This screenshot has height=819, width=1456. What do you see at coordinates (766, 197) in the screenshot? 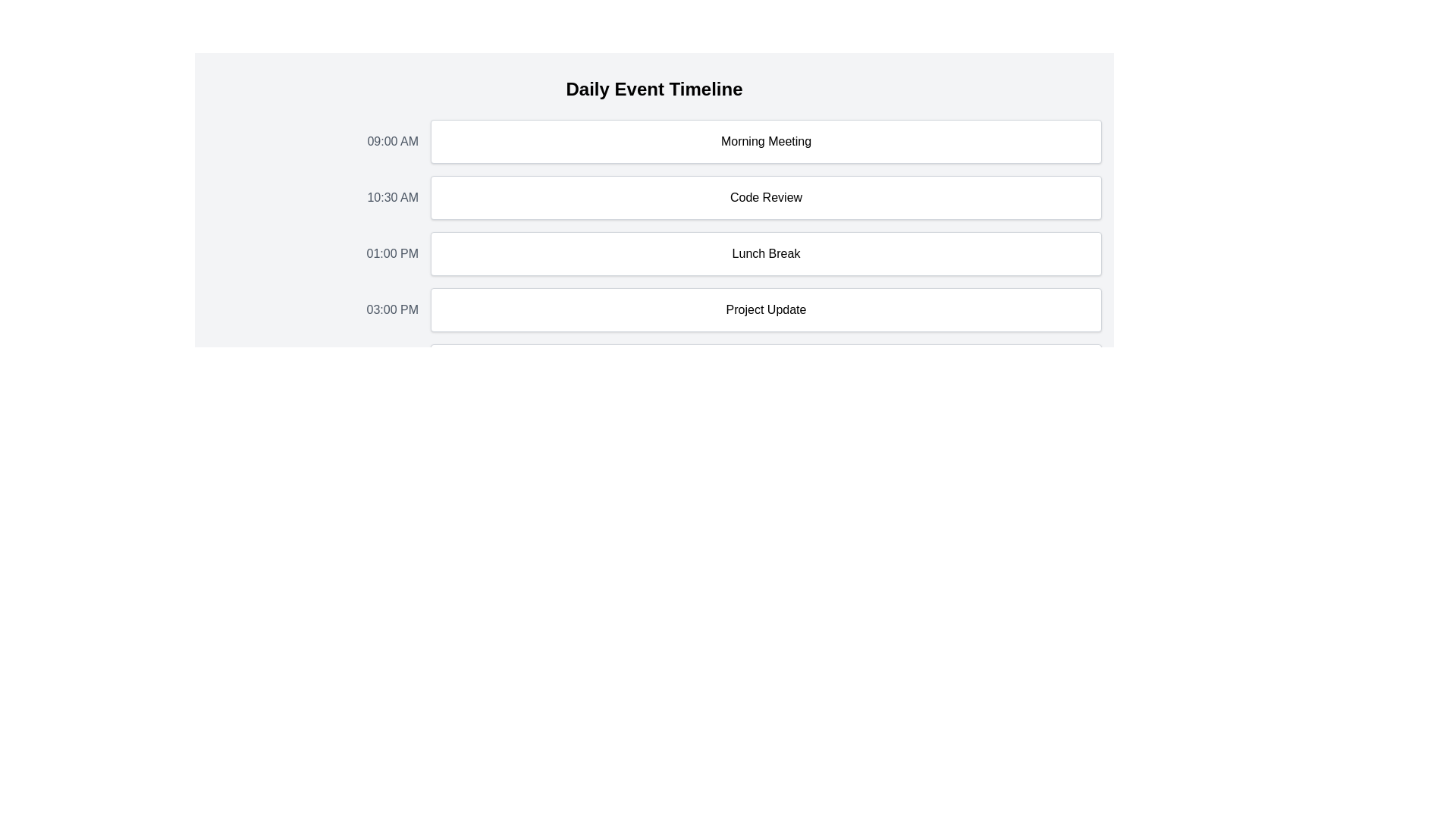
I see `the non-interactive text display element that shows 'Code Review', which is located in the center of the '10:30 AM' section of the timeline interface` at bounding box center [766, 197].